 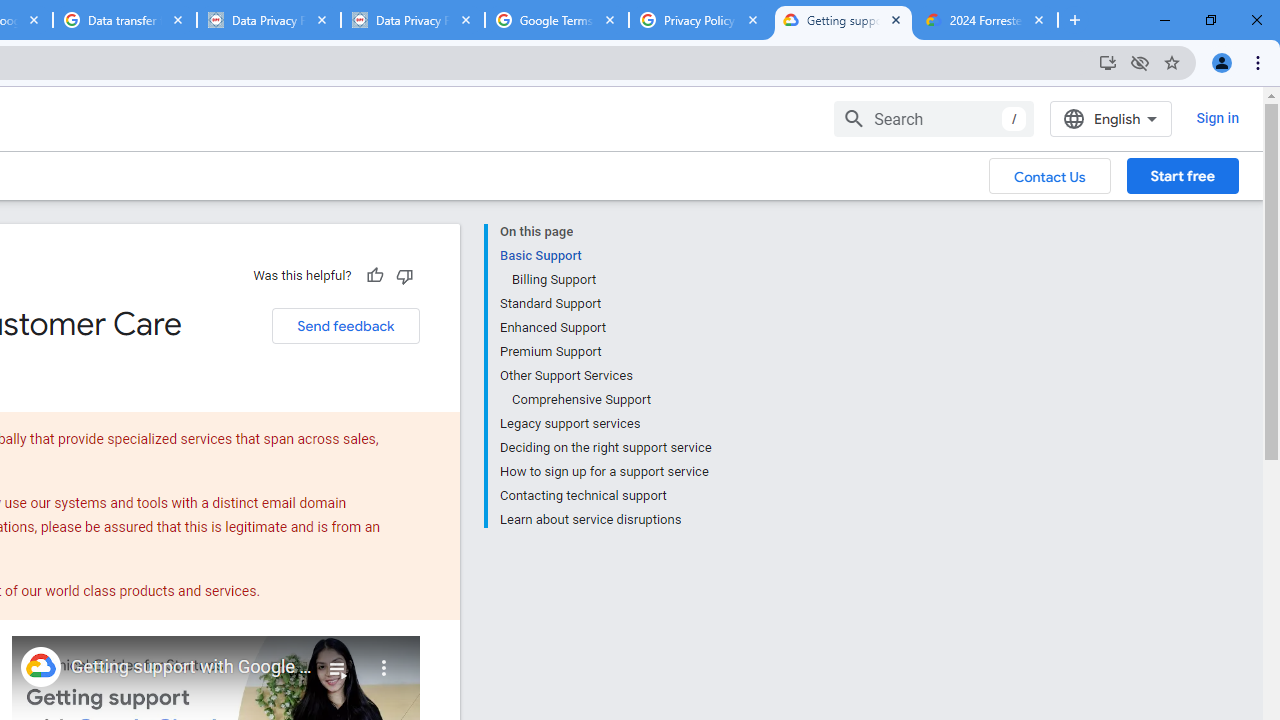 I want to click on 'Contact Us', so click(x=1049, y=174).